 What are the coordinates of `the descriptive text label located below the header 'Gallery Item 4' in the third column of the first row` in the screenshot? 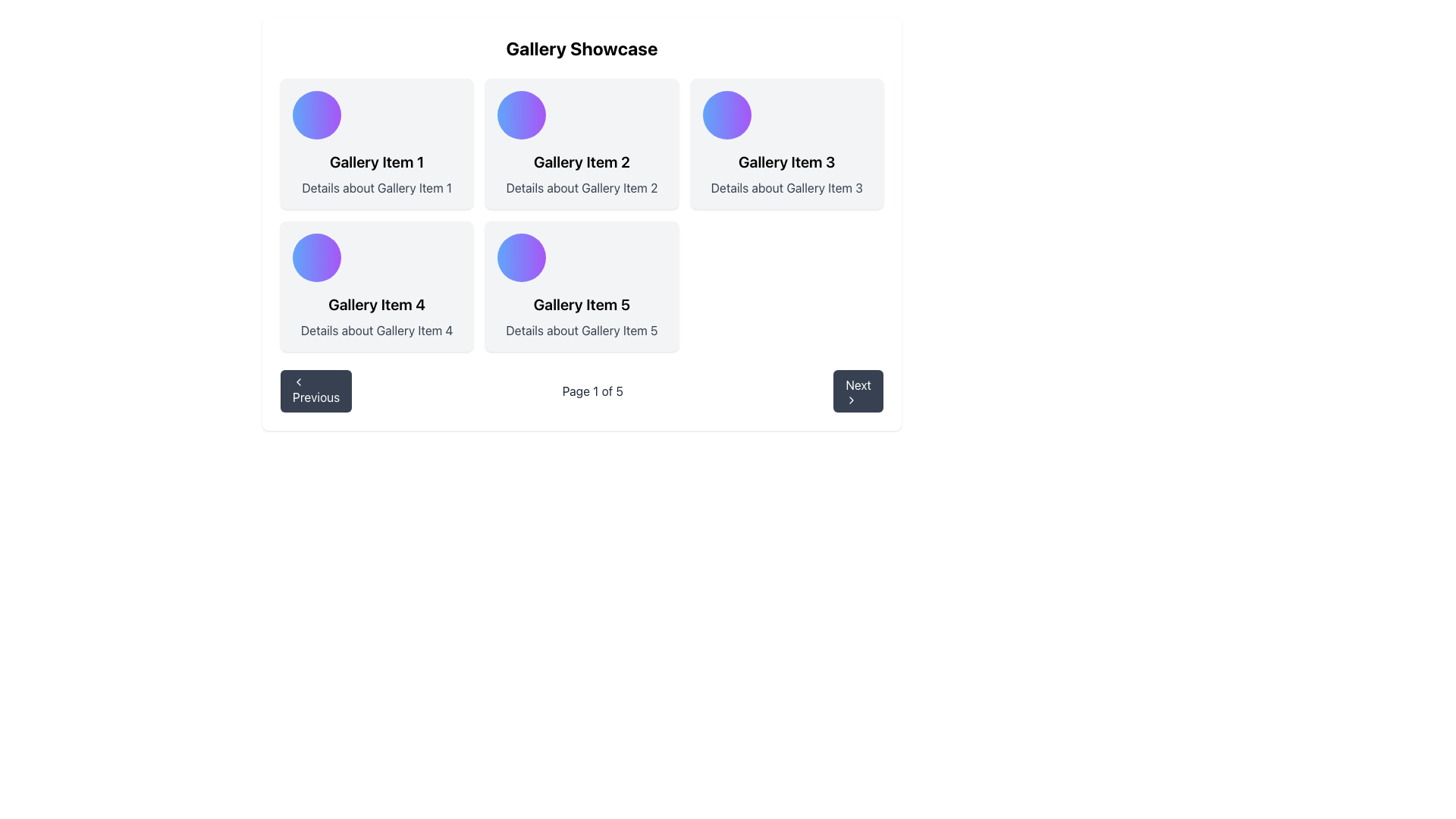 It's located at (377, 329).